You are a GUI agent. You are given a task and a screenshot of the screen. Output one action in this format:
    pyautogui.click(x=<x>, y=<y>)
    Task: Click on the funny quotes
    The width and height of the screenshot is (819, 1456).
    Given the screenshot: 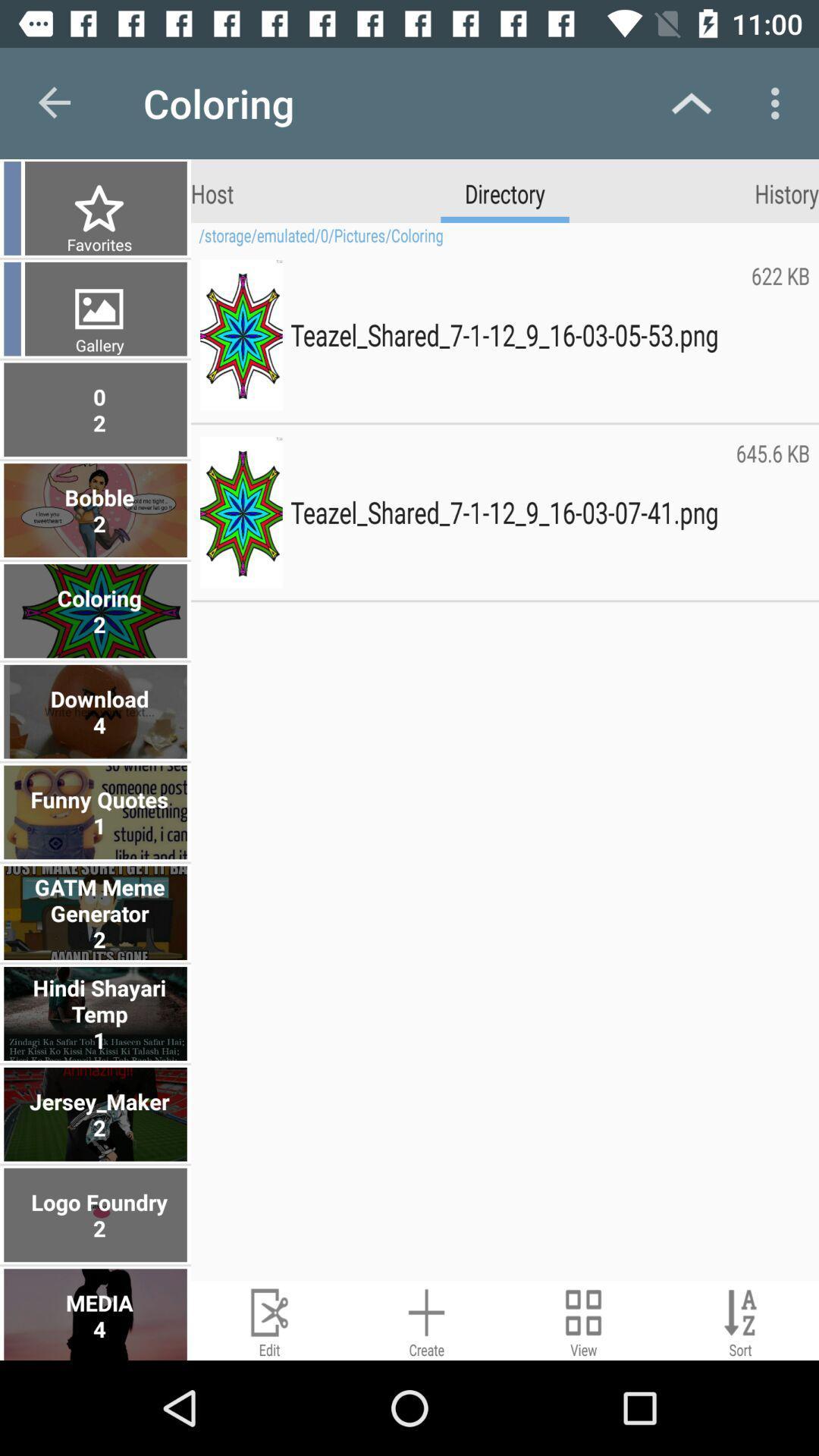 What is the action you would take?
    pyautogui.click(x=97, y=811)
    